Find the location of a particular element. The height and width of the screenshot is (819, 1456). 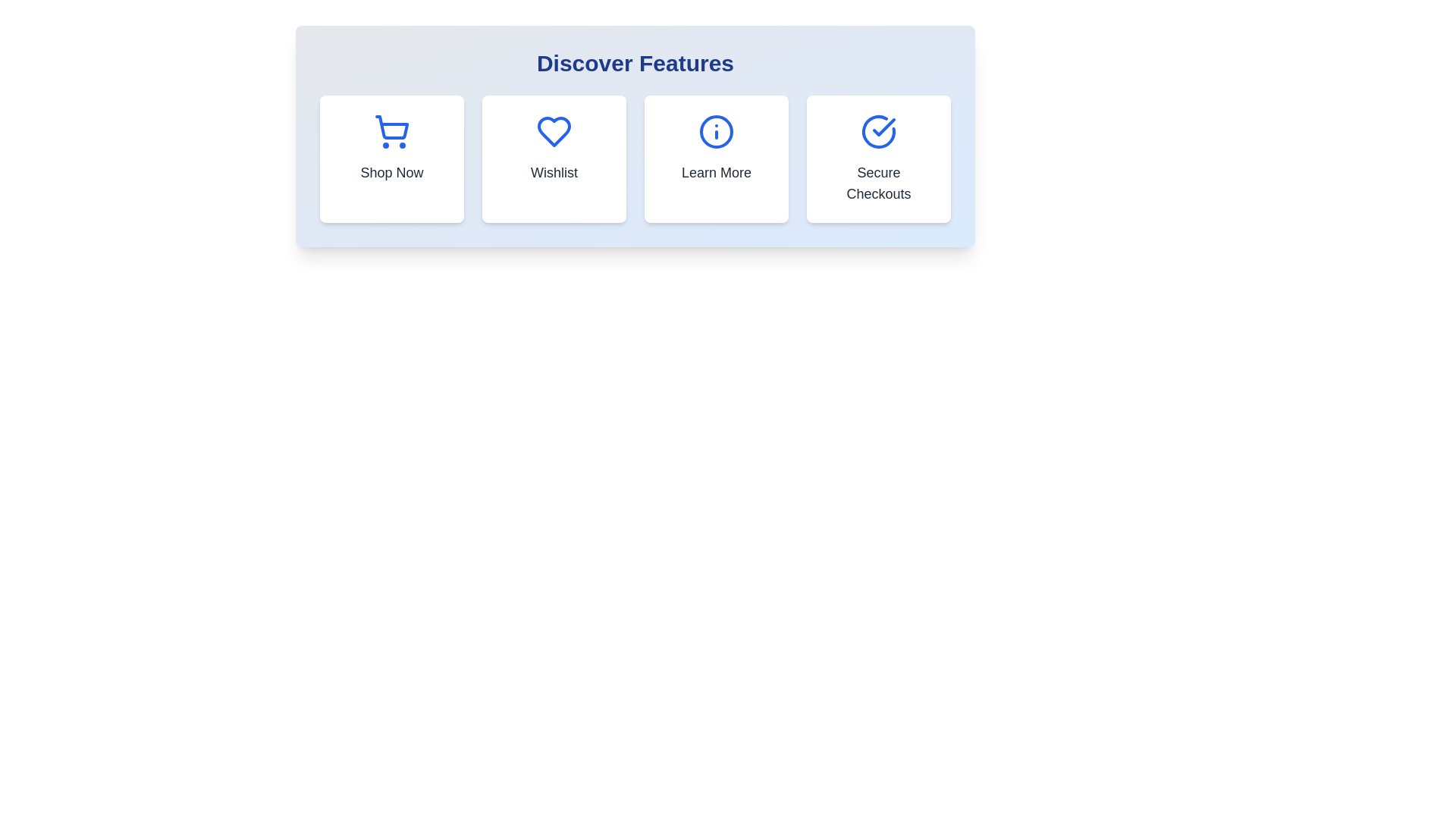

the SVG icon representing secure checkouts, which is the fourth icon in a horizontal group of four icons located in the 'Discover Features' section is located at coordinates (878, 130).